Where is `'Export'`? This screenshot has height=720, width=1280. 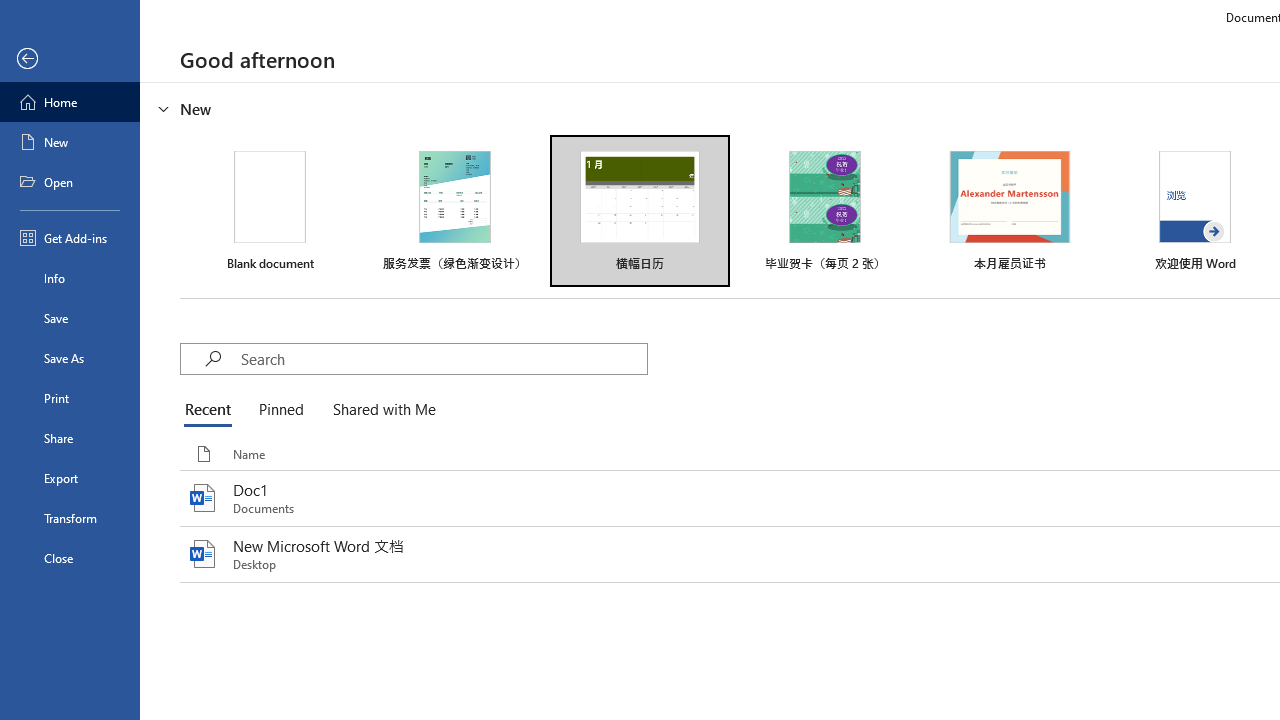
'Export' is located at coordinates (69, 478).